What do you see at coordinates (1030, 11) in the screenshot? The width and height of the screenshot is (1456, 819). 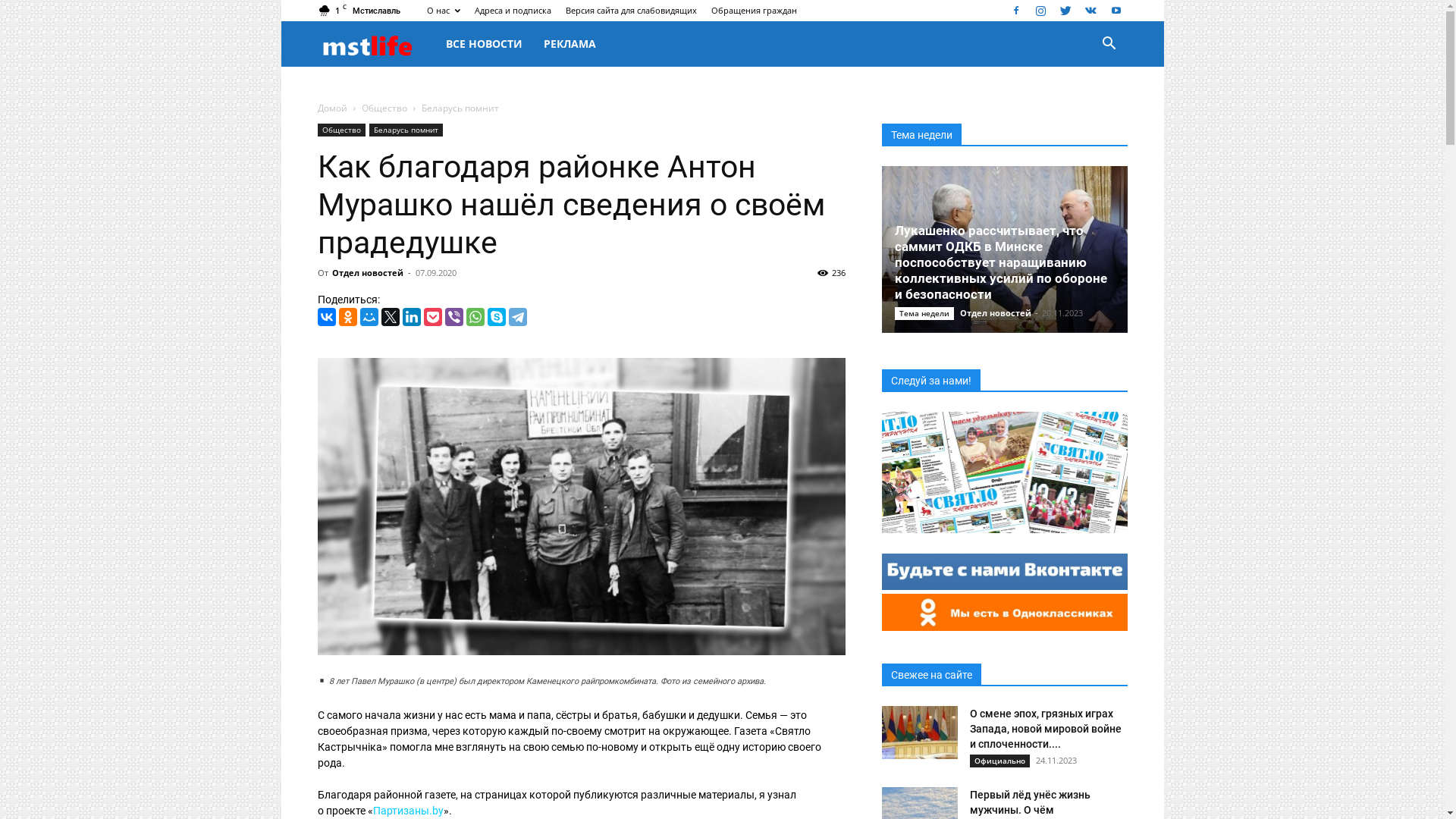 I see `'Instagram'` at bounding box center [1030, 11].